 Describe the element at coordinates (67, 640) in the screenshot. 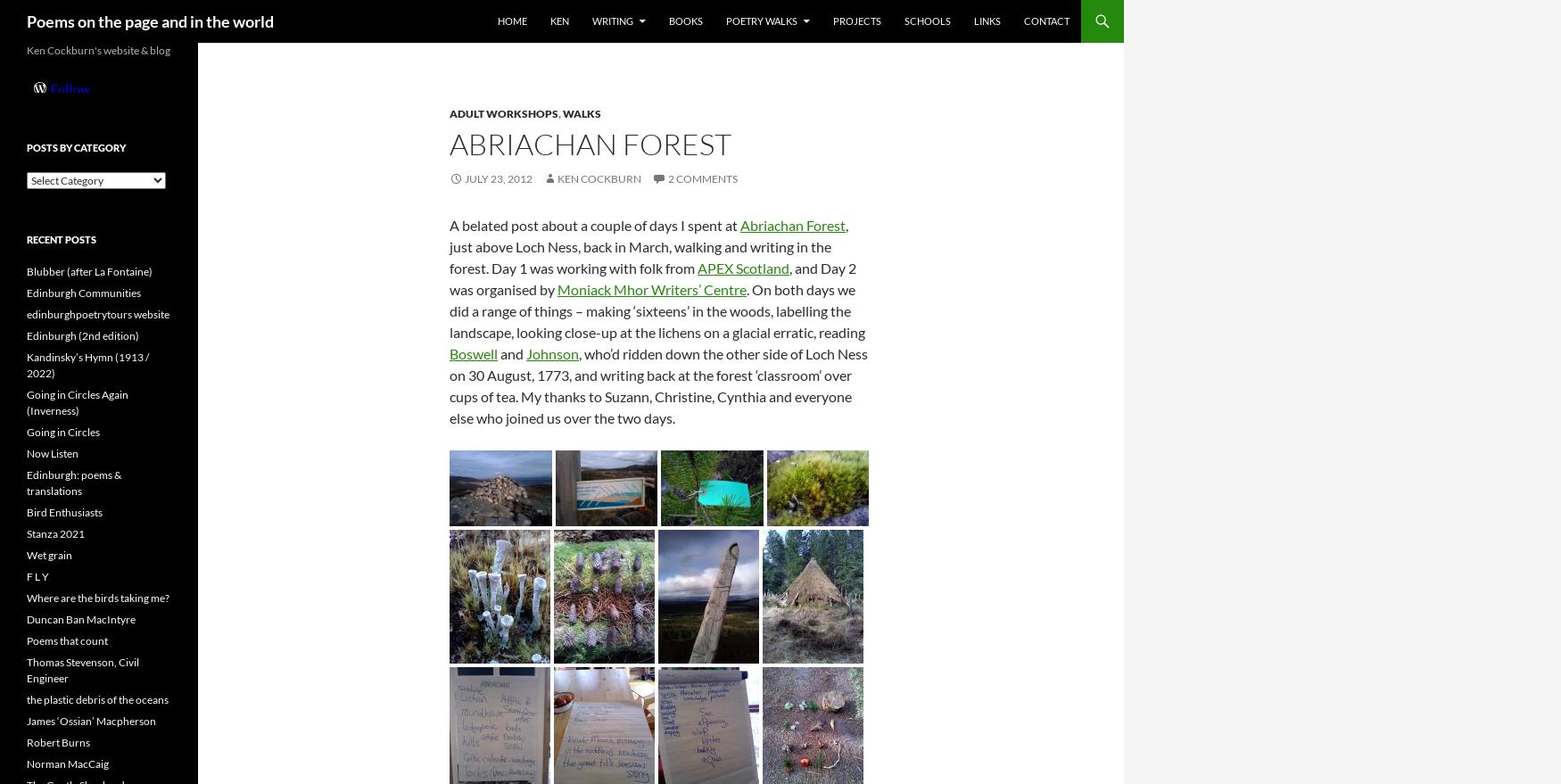

I see `'Poems that count'` at that location.